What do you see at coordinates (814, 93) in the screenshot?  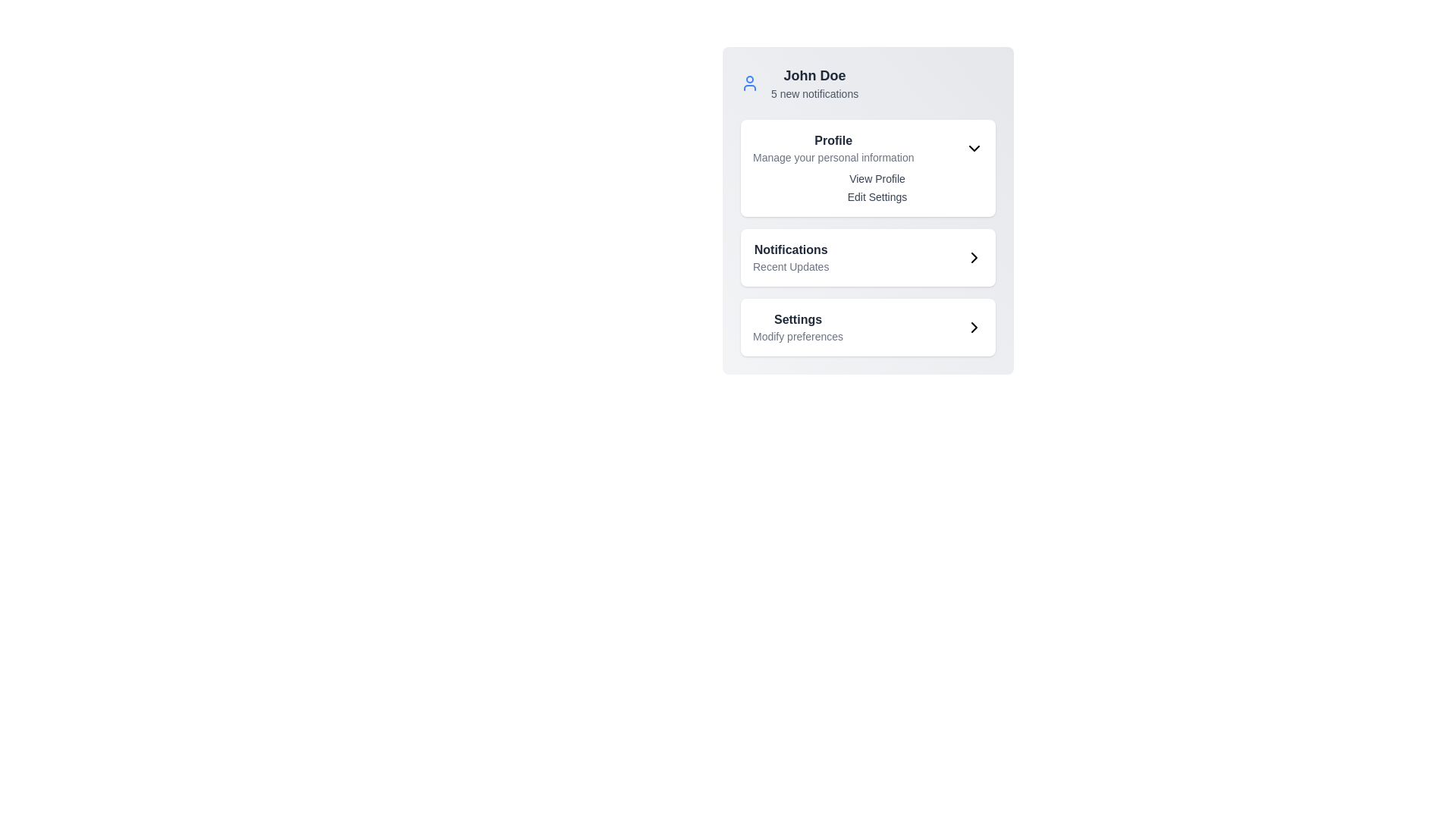 I see `notification count displayed in the text label that shows '5 new notifications' below 'John Doe'` at bounding box center [814, 93].